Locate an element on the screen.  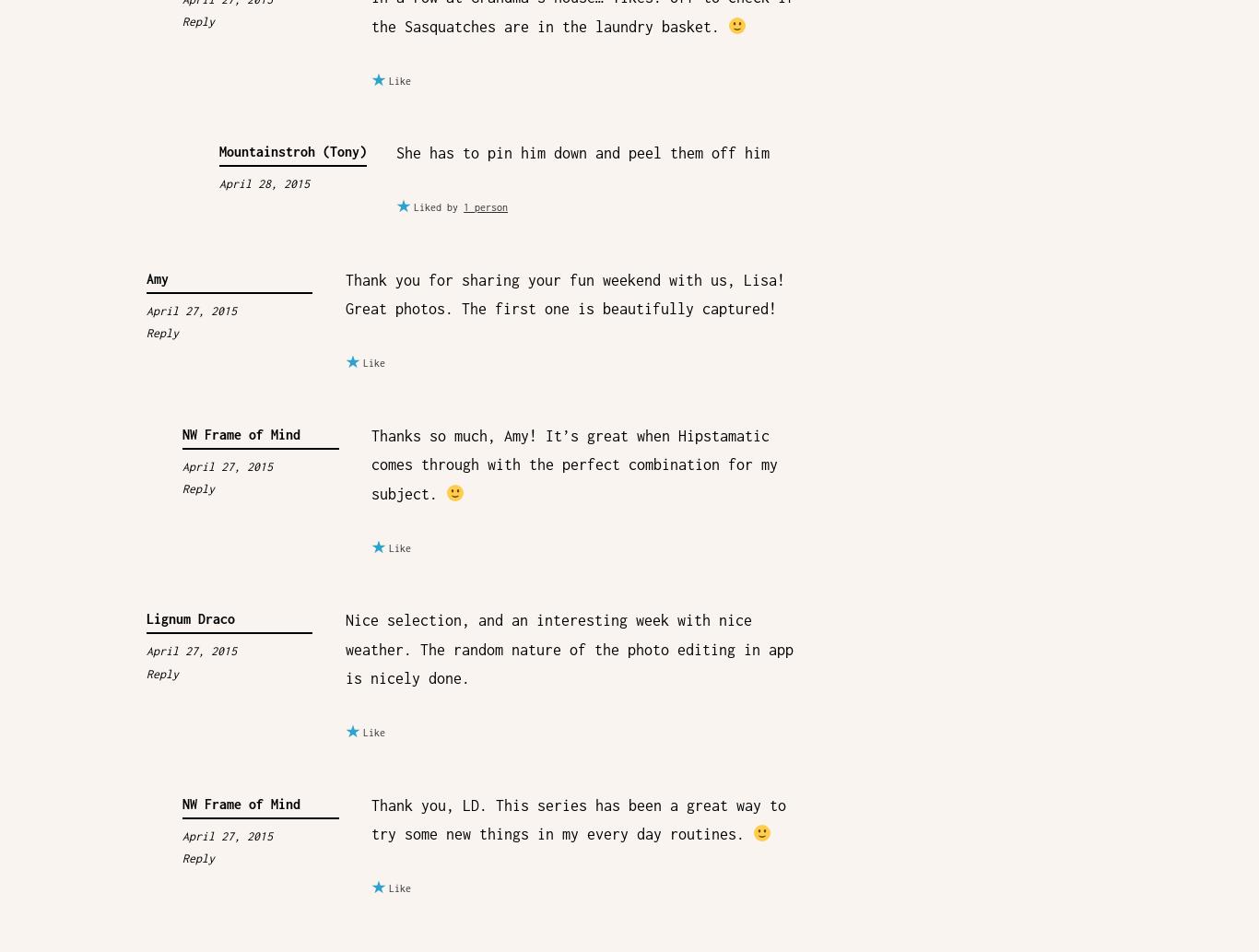
'Mountainstroh (Tony)' is located at coordinates (292, 151).